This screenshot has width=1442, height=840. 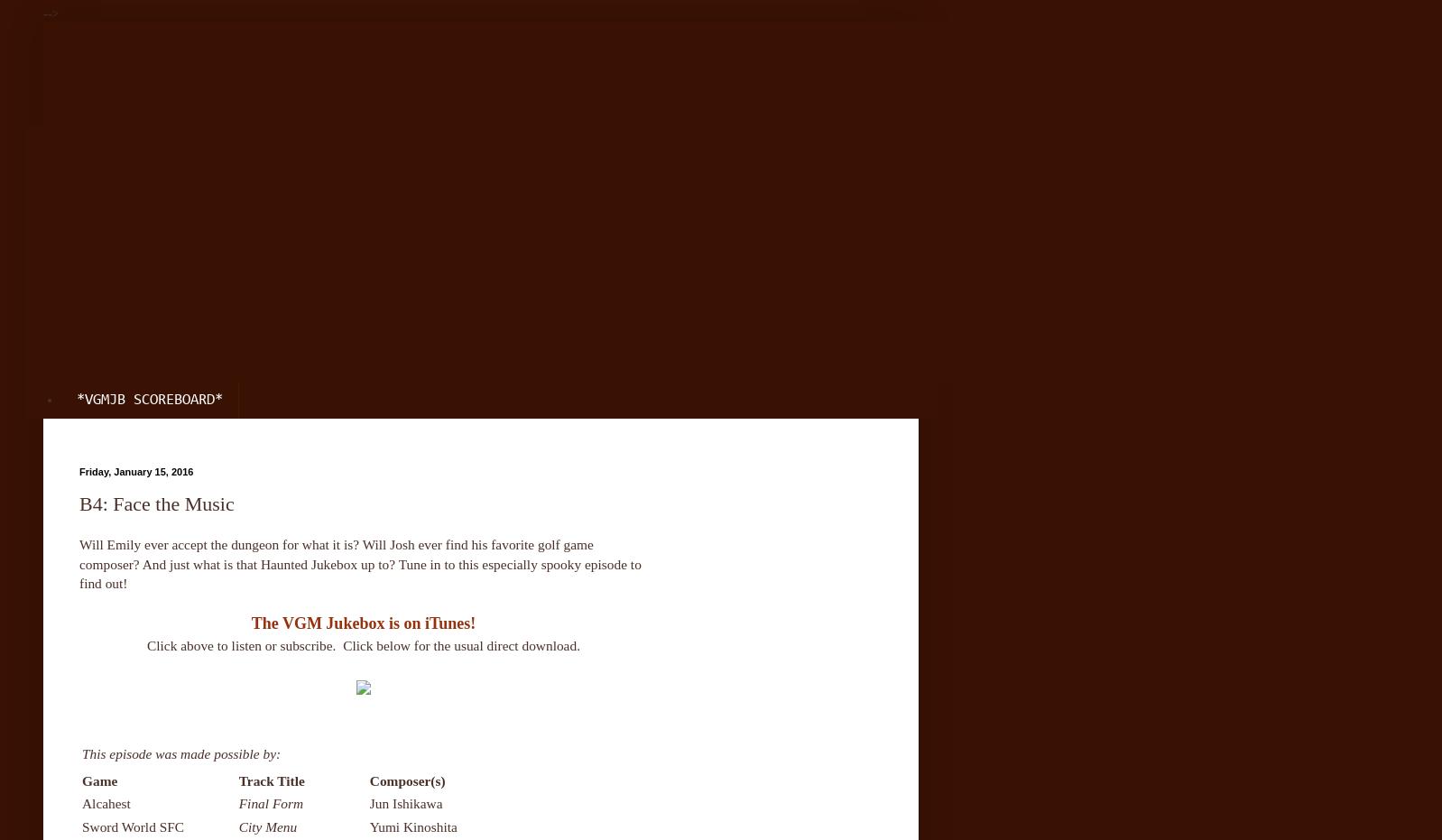 I want to click on 'Game', so click(x=98, y=779).